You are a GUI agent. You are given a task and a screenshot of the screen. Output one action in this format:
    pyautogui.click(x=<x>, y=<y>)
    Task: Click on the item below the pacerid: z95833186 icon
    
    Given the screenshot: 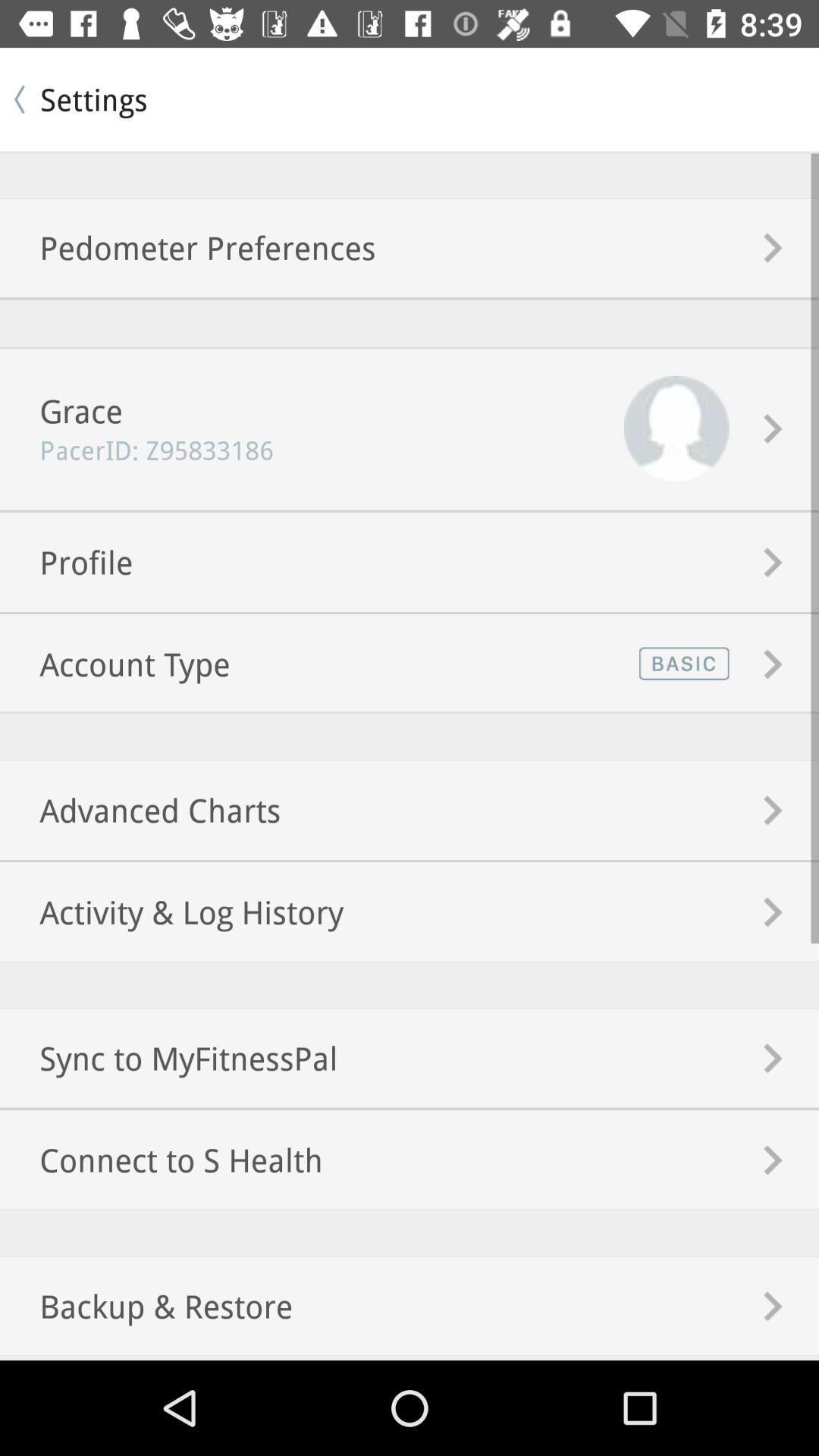 What is the action you would take?
    pyautogui.click(x=65, y=561)
    